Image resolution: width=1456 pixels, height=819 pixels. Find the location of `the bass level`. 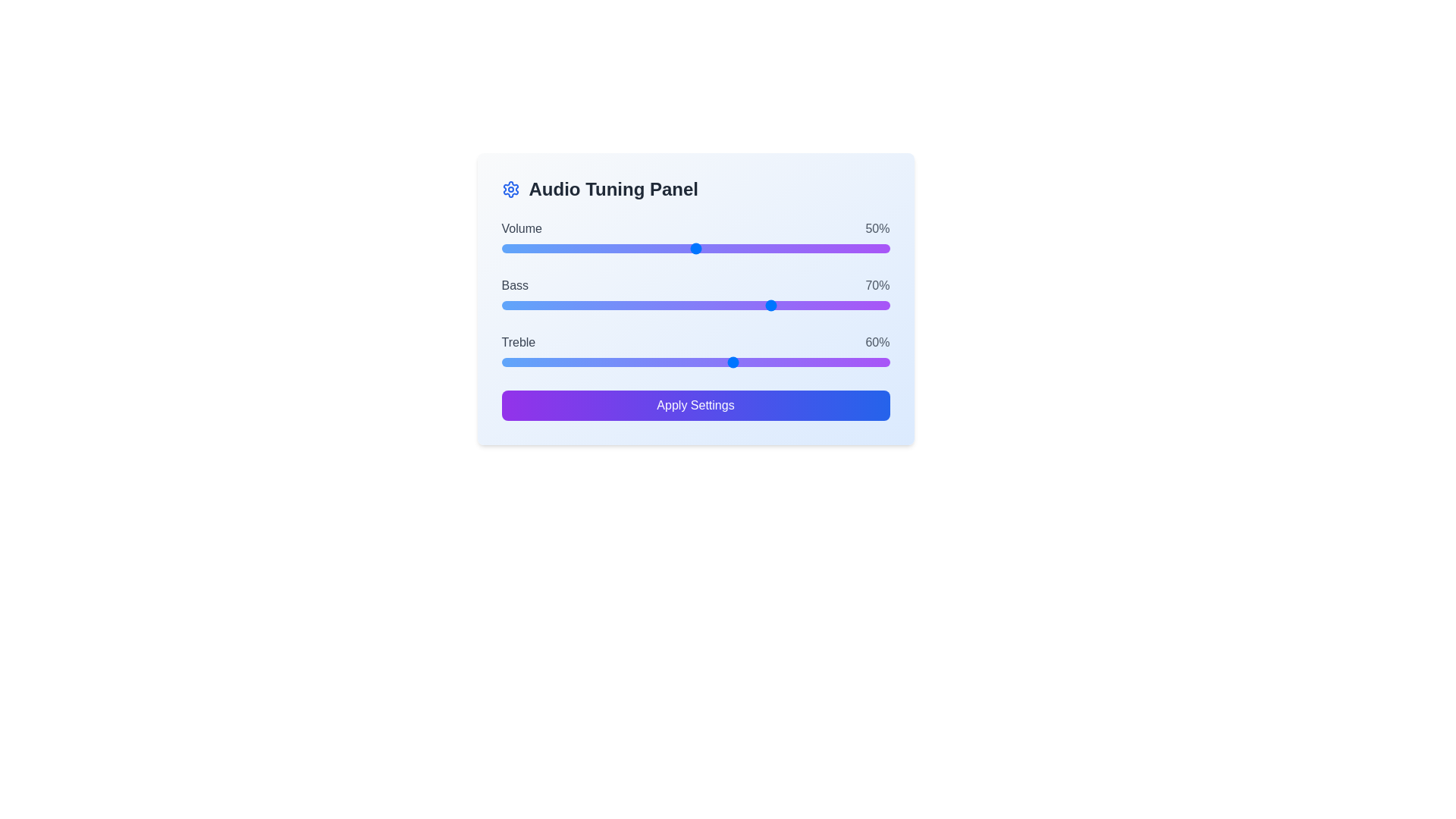

the bass level is located at coordinates (691, 305).